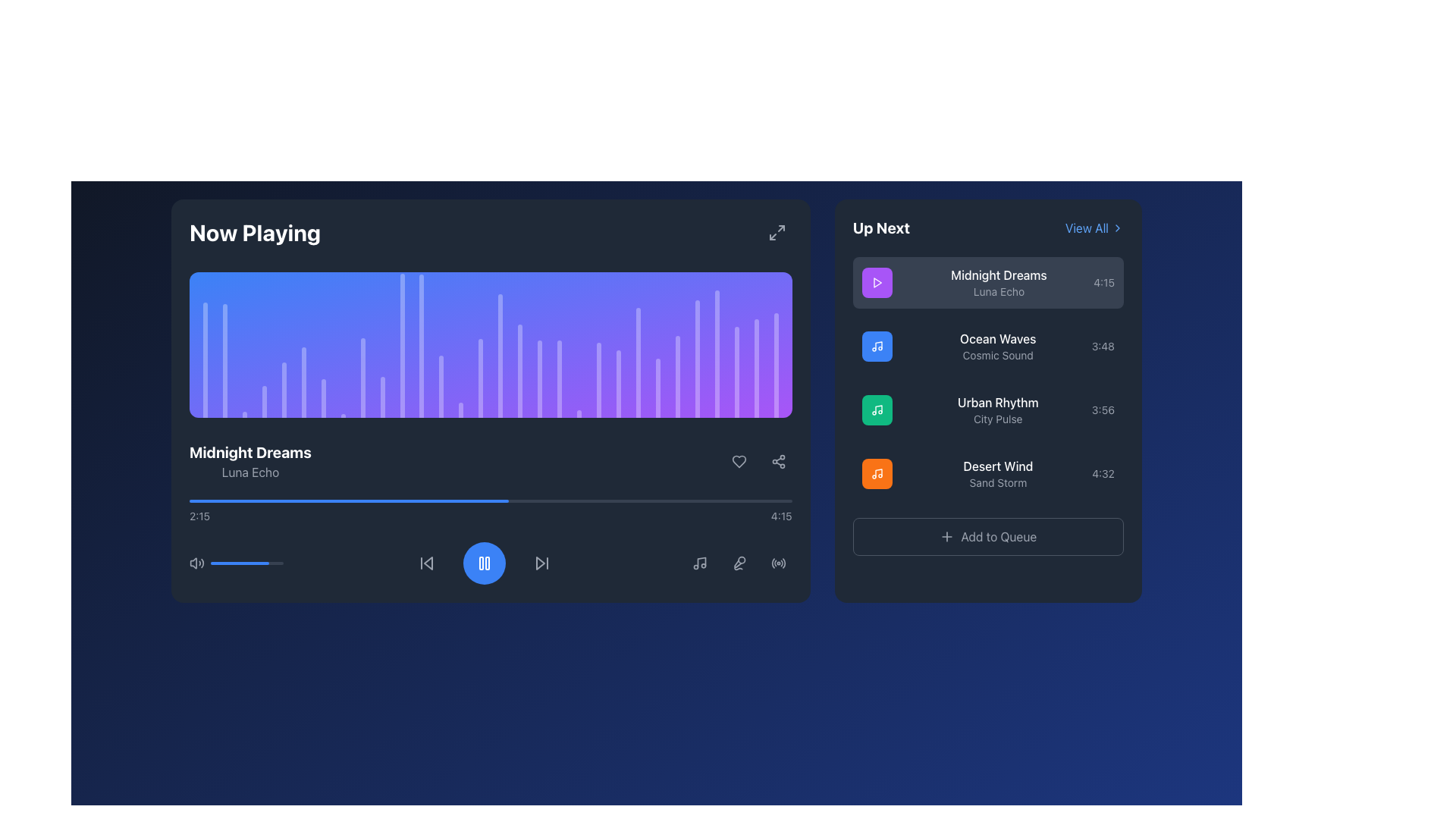 Image resolution: width=1456 pixels, height=819 pixels. What do you see at coordinates (264, 563) in the screenshot?
I see `the volume` at bounding box center [264, 563].